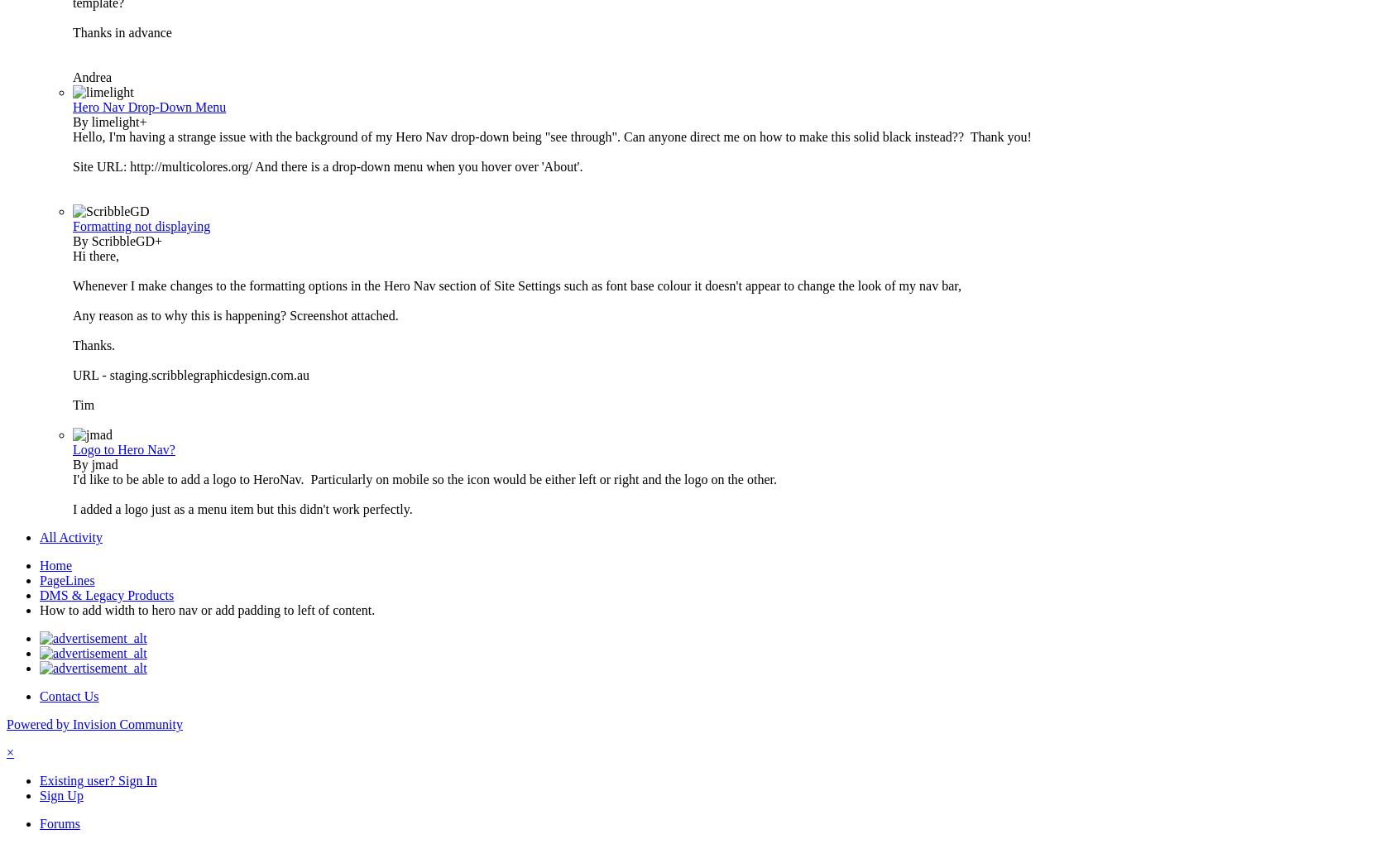 The width and height of the screenshot is (1400, 844). I want to click on 'Whenever I make changes to the formatting options in the Hero Nav section of Site Settings such as font base colour it doesn't appear to change the look of my nav bar,', so click(515, 285).